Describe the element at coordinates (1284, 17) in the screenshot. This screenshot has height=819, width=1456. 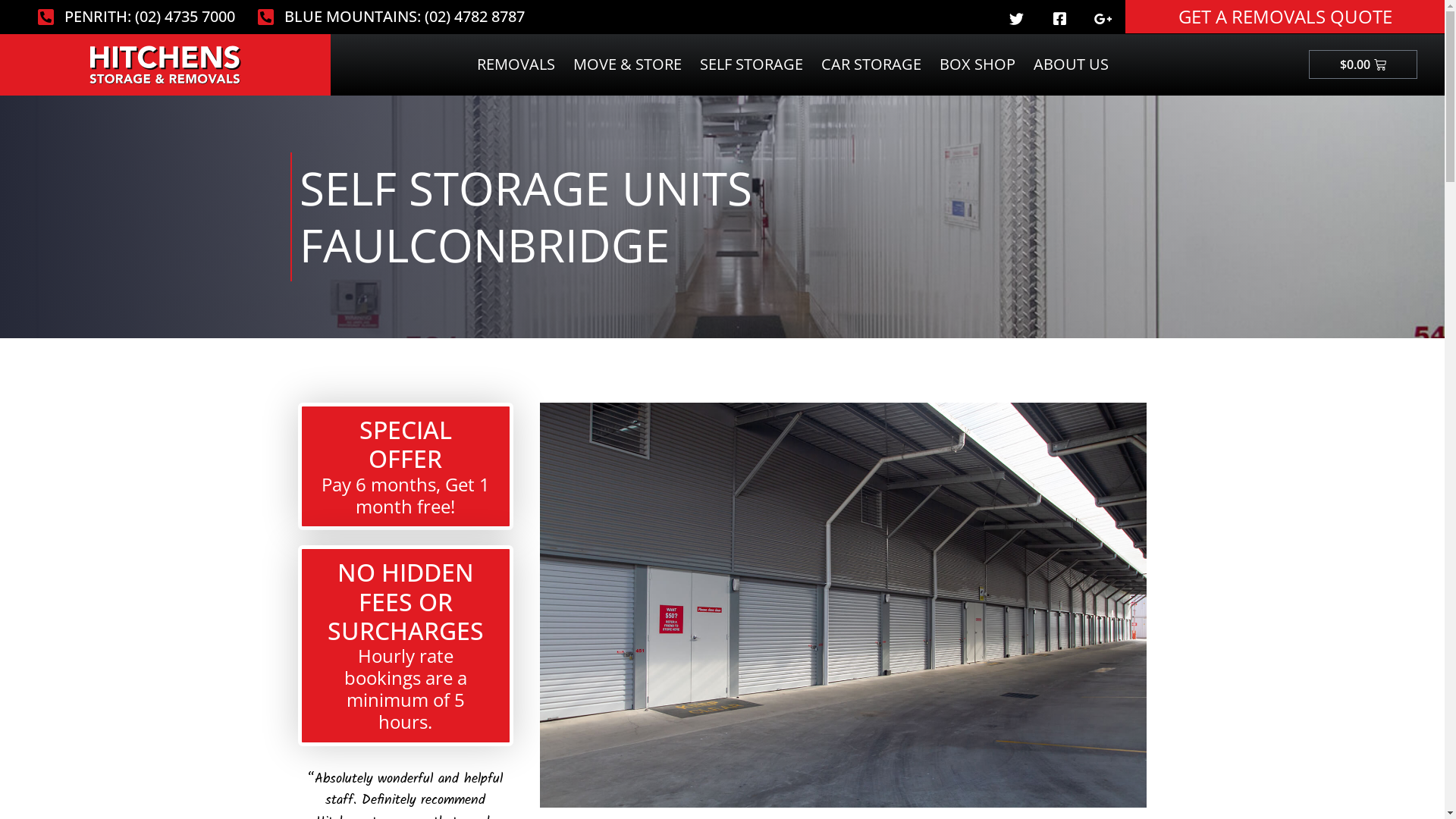
I see `'GET A REMOVALS QUOTE'` at that location.